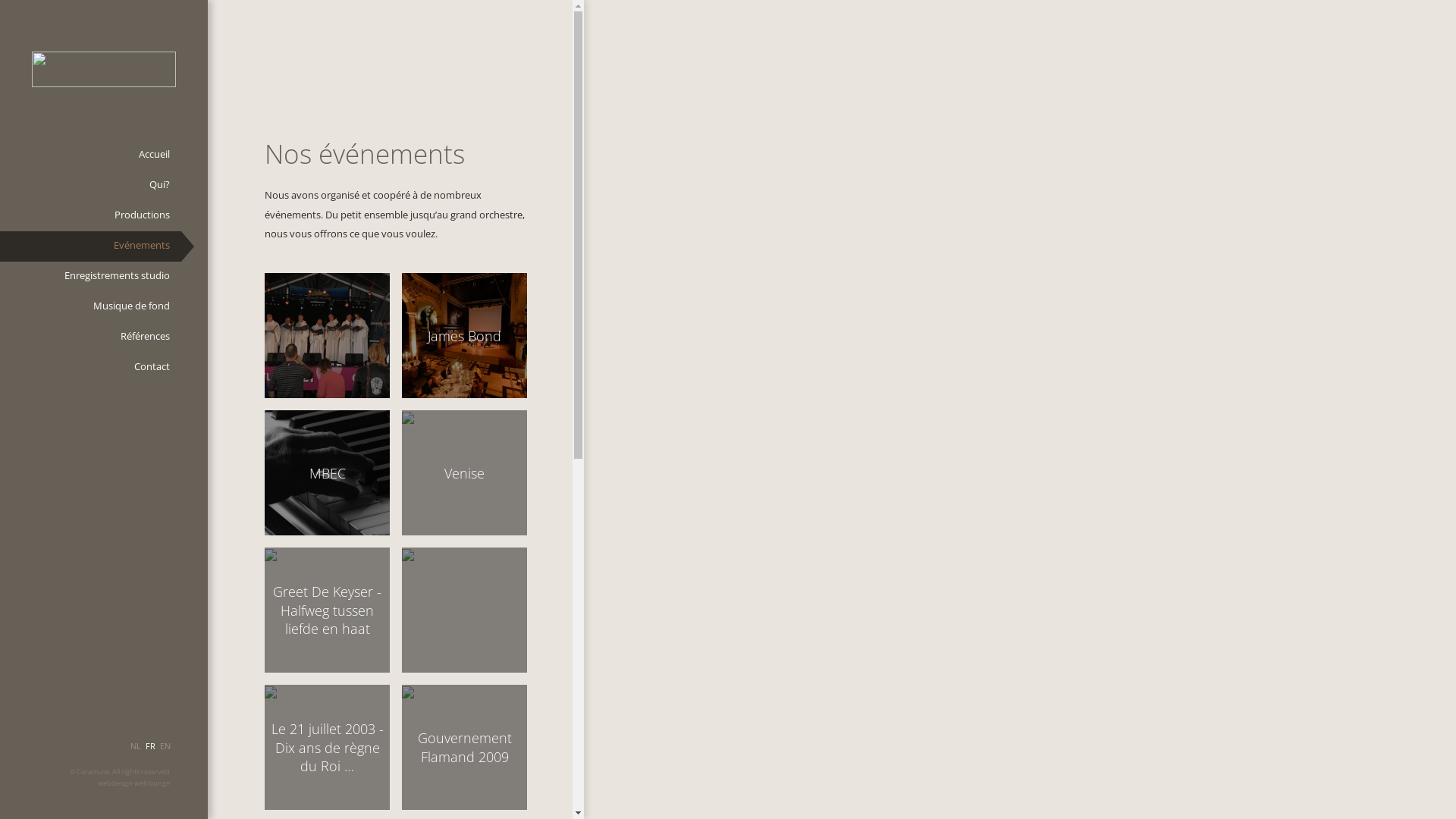  What do you see at coordinates (0, 185) in the screenshot?
I see `'Qui?'` at bounding box center [0, 185].